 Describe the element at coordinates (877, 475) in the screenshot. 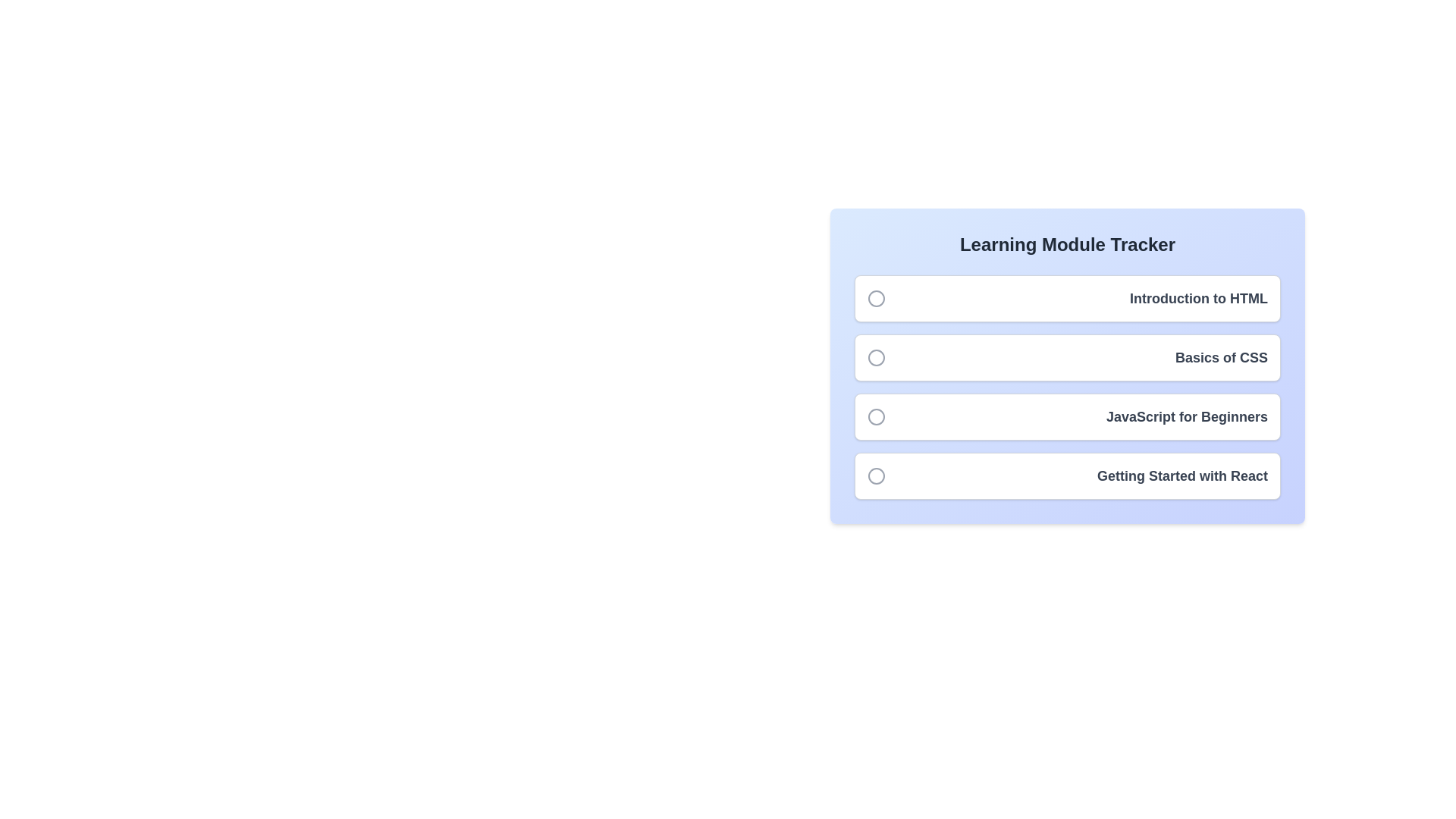

I see `the radio button for the 'Getting Started with React' module` at that location.